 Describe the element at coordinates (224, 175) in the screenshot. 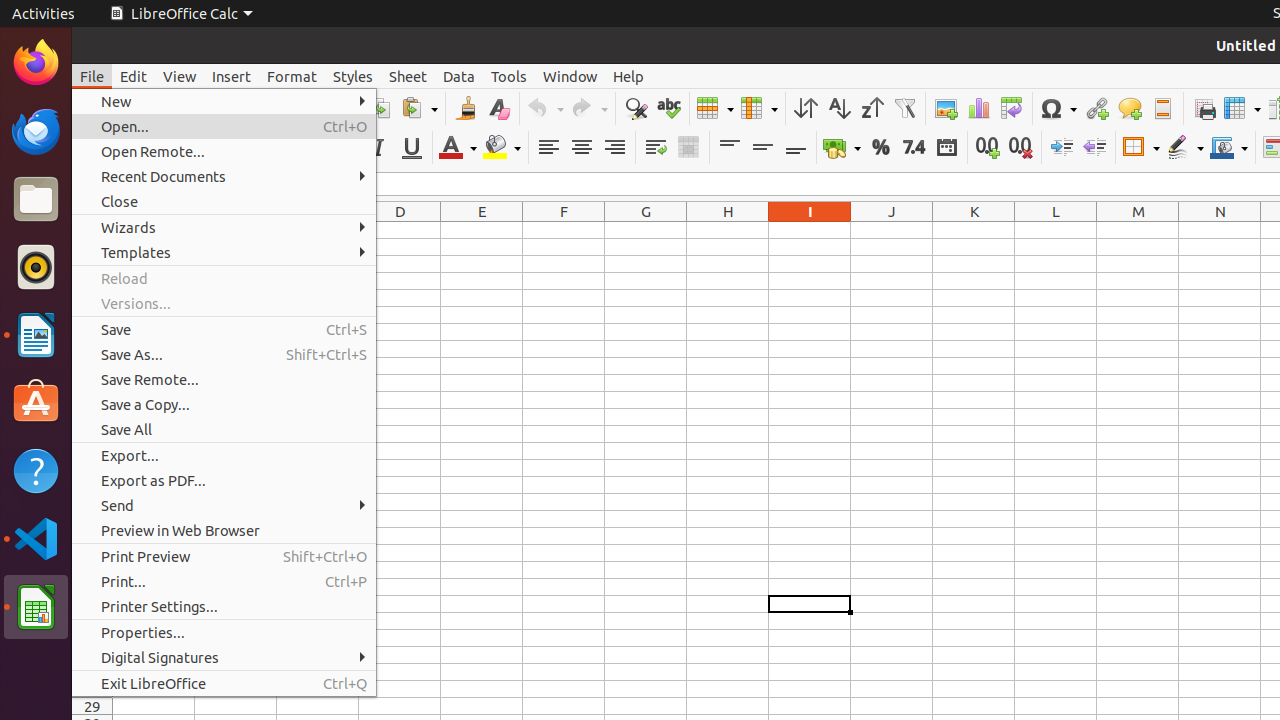

I see `'Recent Documents'` at that location.